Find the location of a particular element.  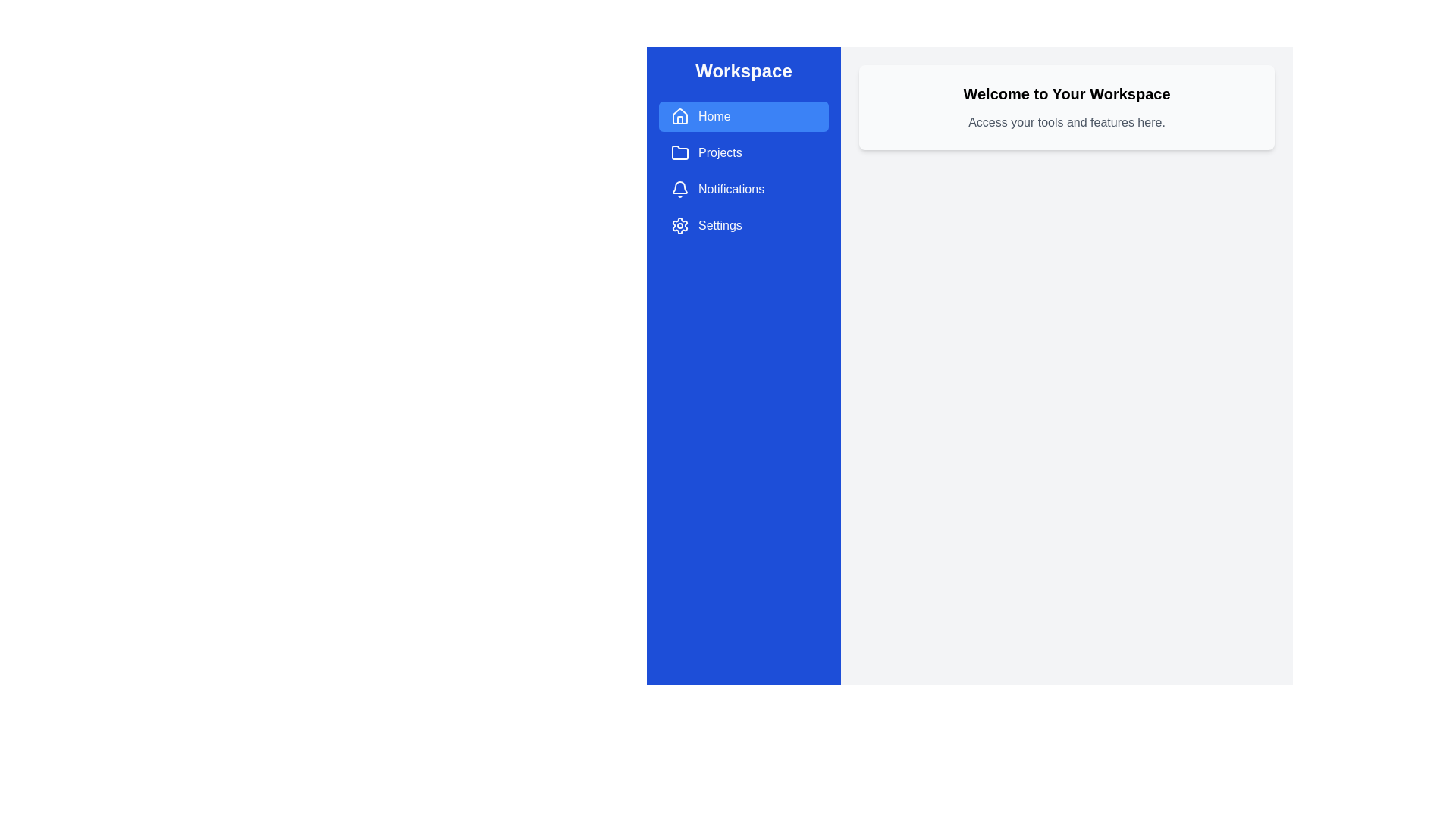

text header that prominently displays 'Welcome to Your Workspace' in bold, large font, located in the upper-right section of the interface is located at coordinates (1065, 93).